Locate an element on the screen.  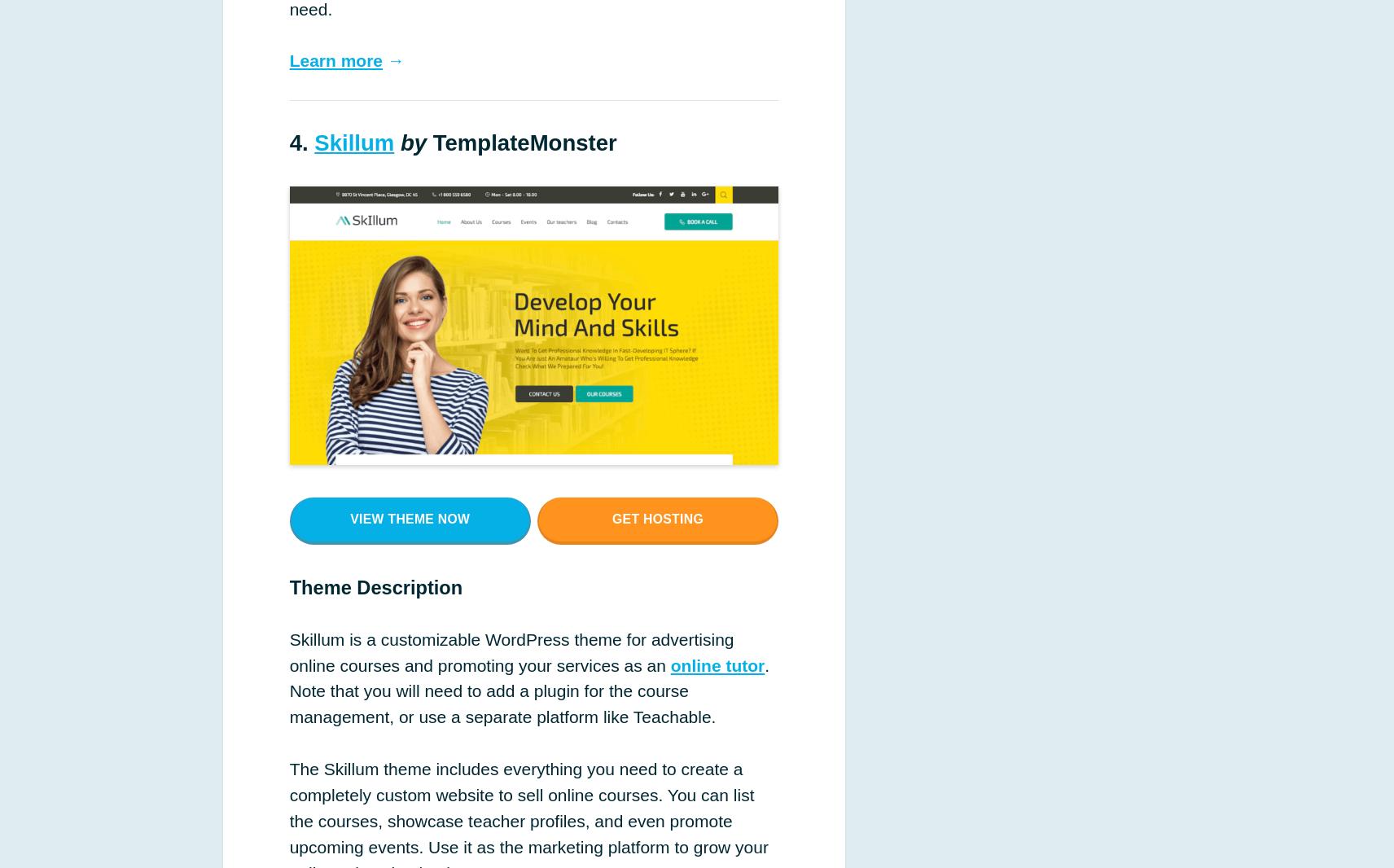
'Get hosting' is located at coordinates (657, 518).